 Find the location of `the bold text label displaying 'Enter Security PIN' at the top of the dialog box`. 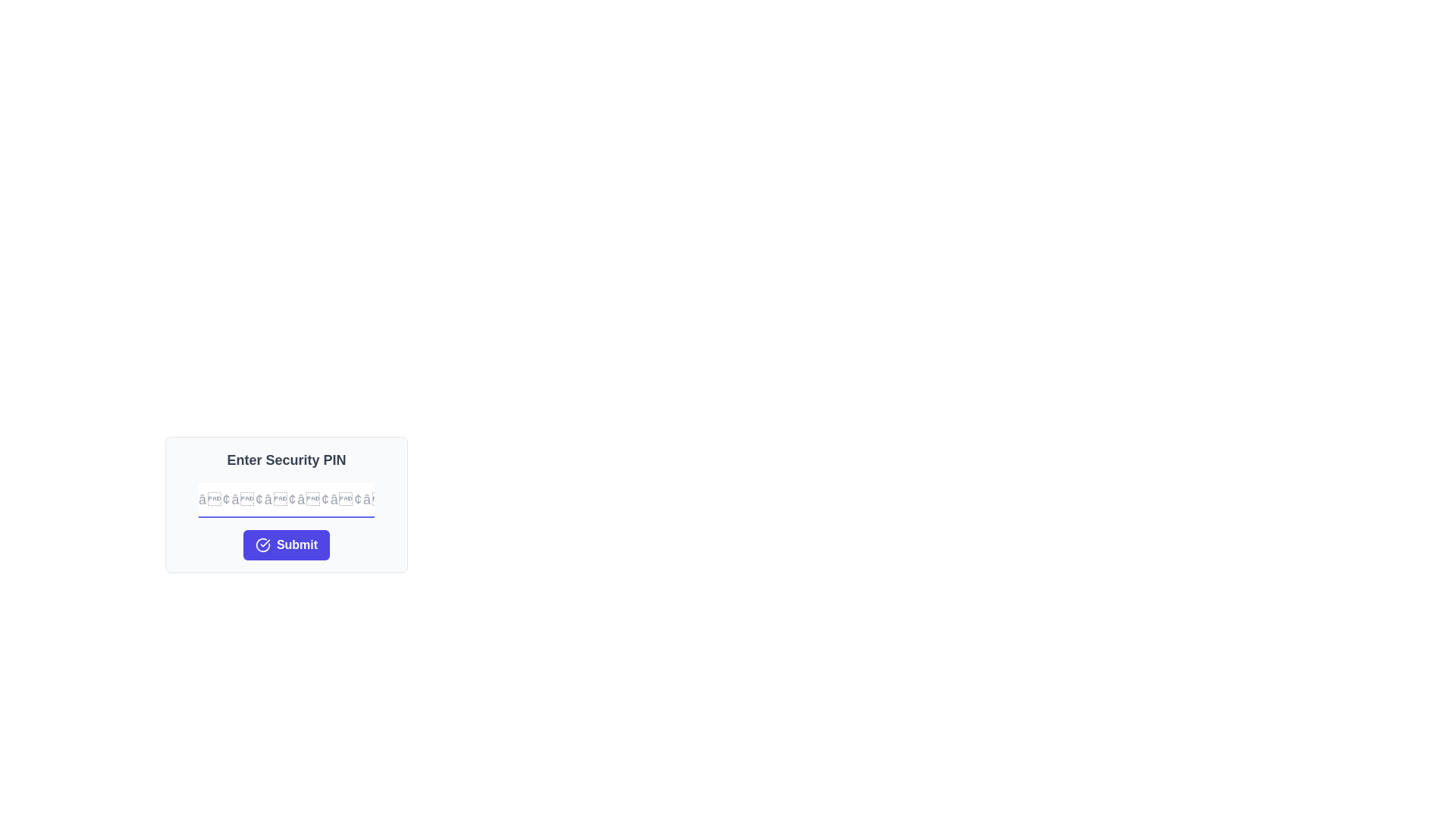

the bold text label displaying 'Enter Security PIN' at the top of the dialog box is located at coordinates (287, 459).